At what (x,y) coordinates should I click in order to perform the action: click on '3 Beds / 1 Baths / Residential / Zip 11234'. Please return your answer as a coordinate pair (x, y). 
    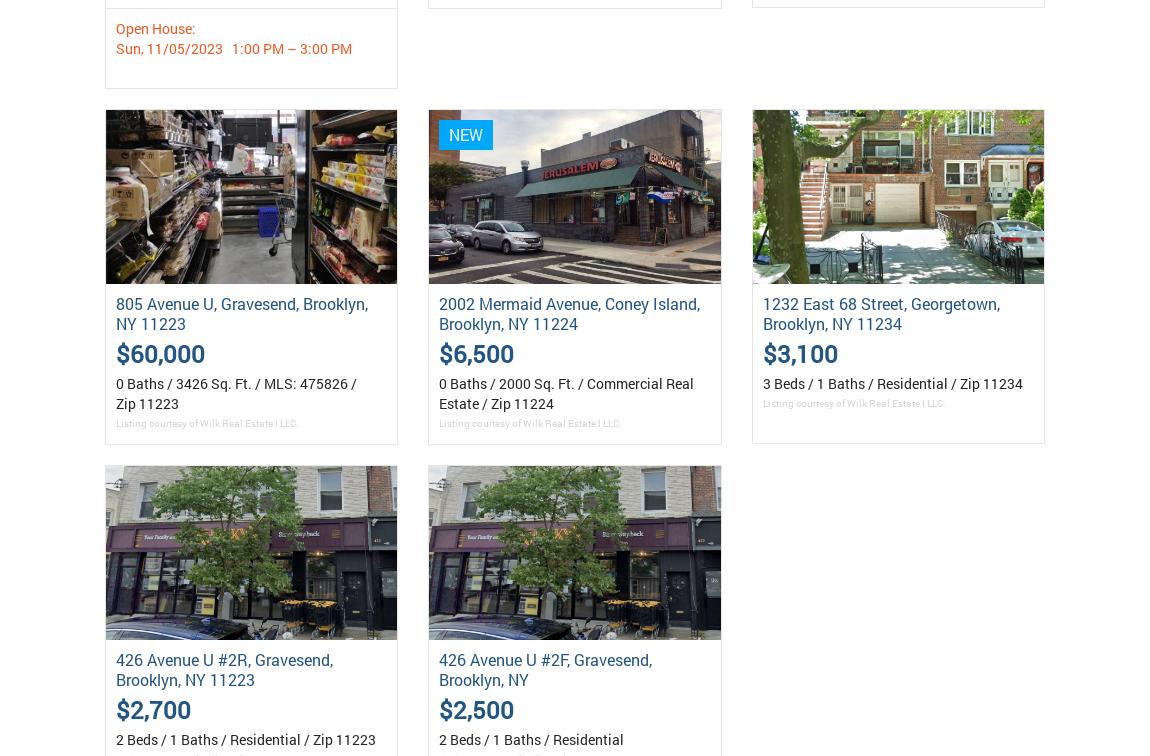
    Looking at the image, I should click on (892, 382).